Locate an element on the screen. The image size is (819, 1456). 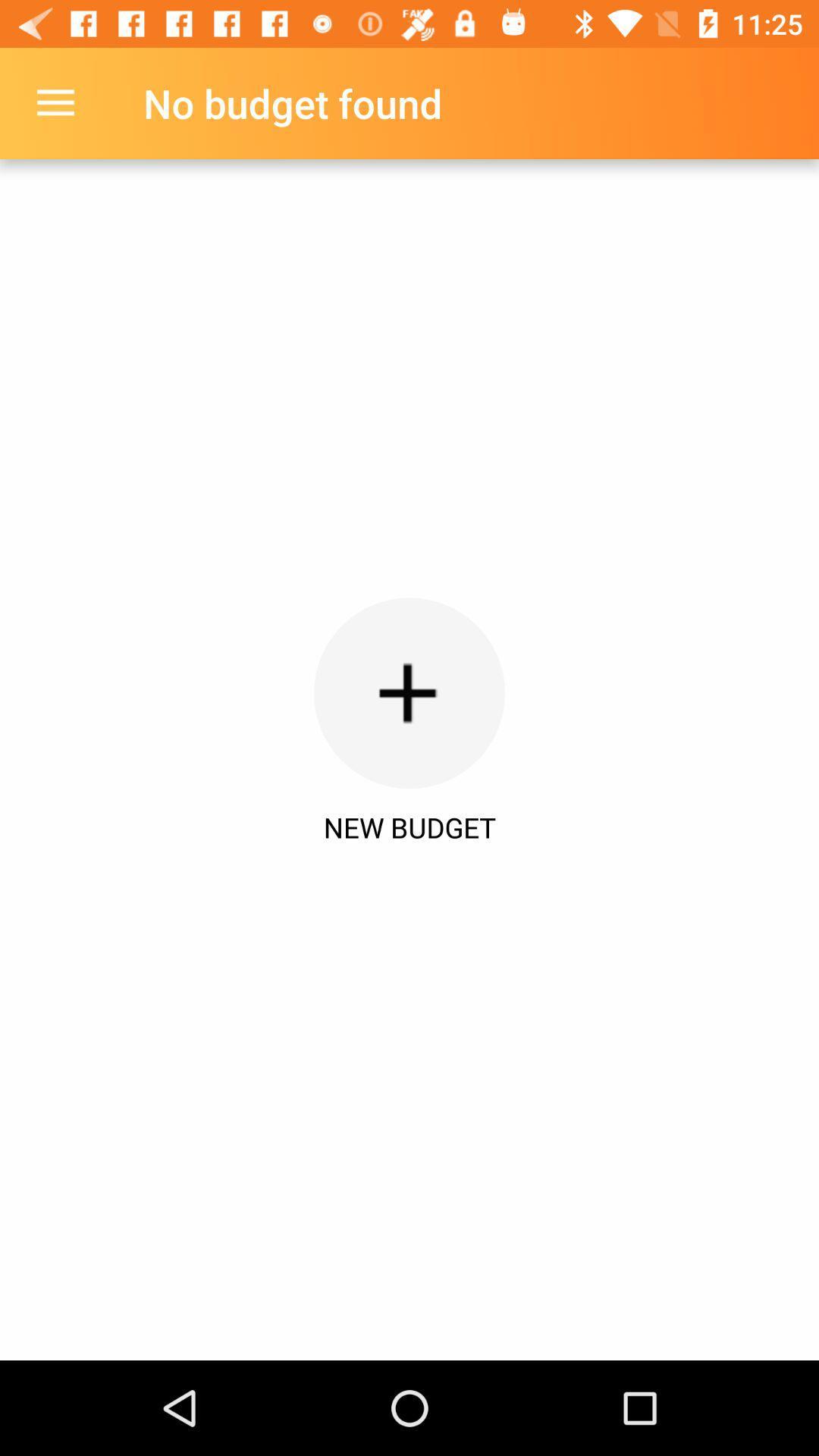
the item below the no budget found is located at coordinates (409, 692).